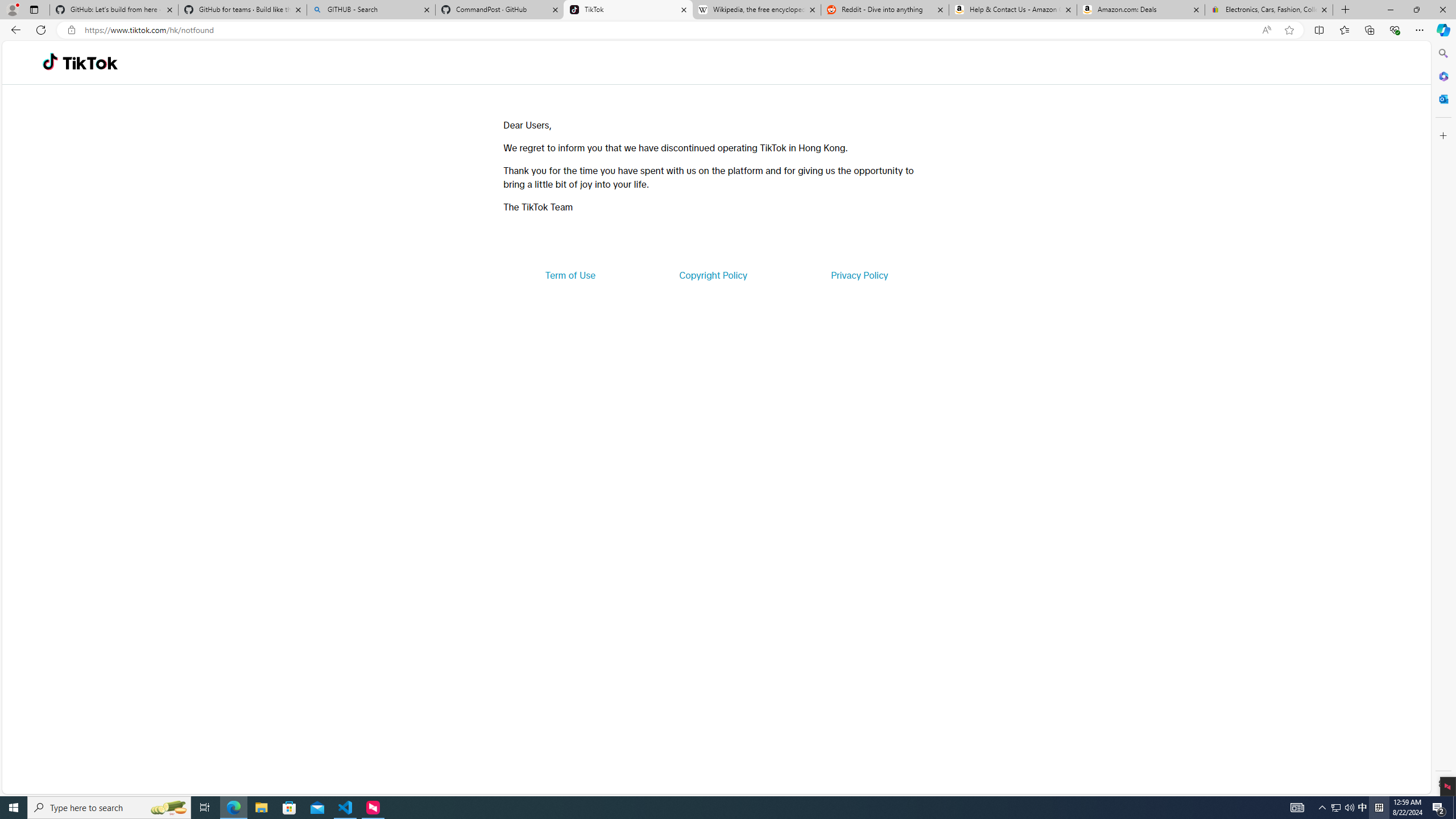 The height and width of the screenshot is (819, 1456). What do you see at coordinates (712, 274) in the screenshot?
I see `'Copyright Policy'` at bounding box center [712, 274].